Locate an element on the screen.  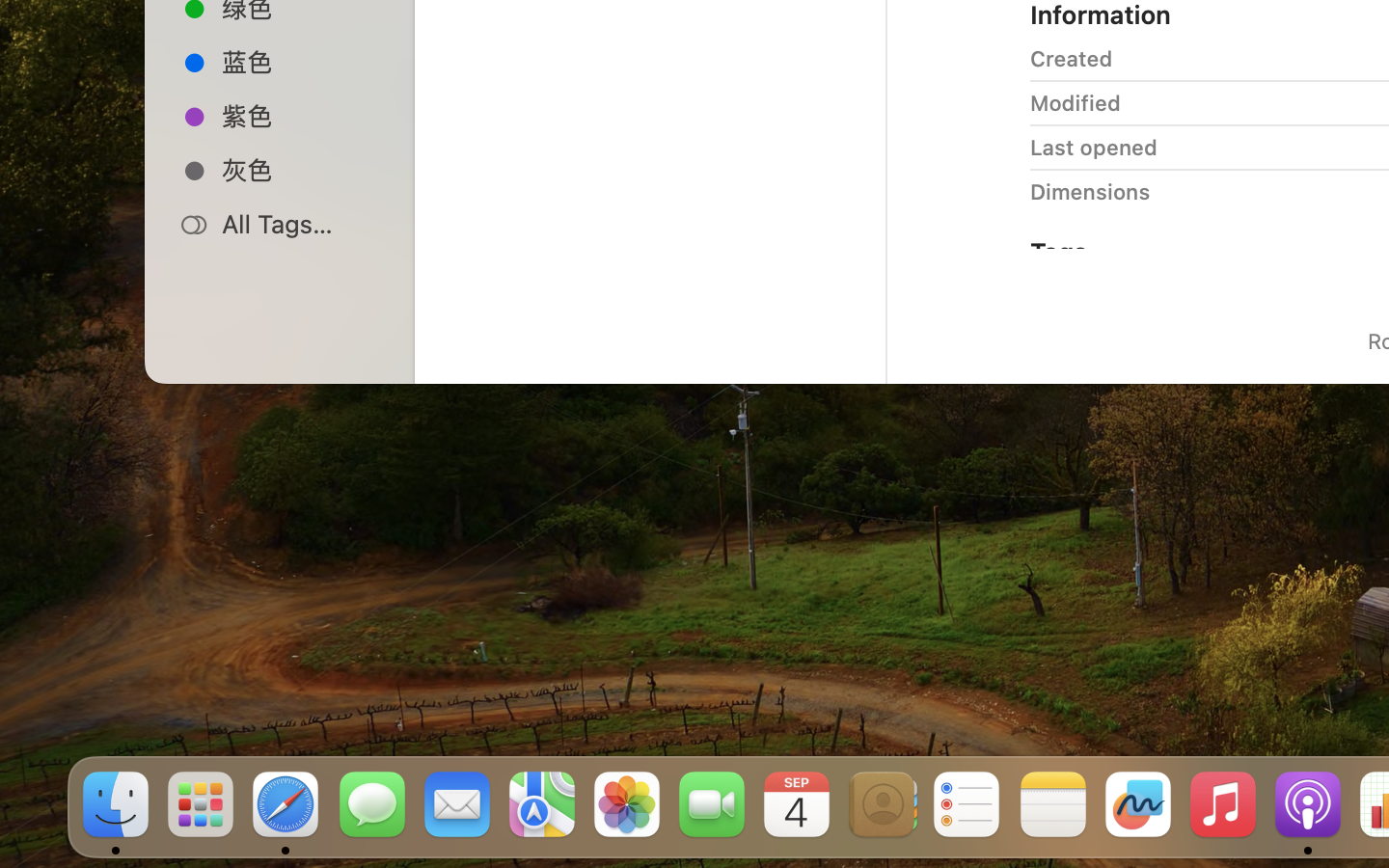
'All Tags…' is located at coordinates (300, 223).